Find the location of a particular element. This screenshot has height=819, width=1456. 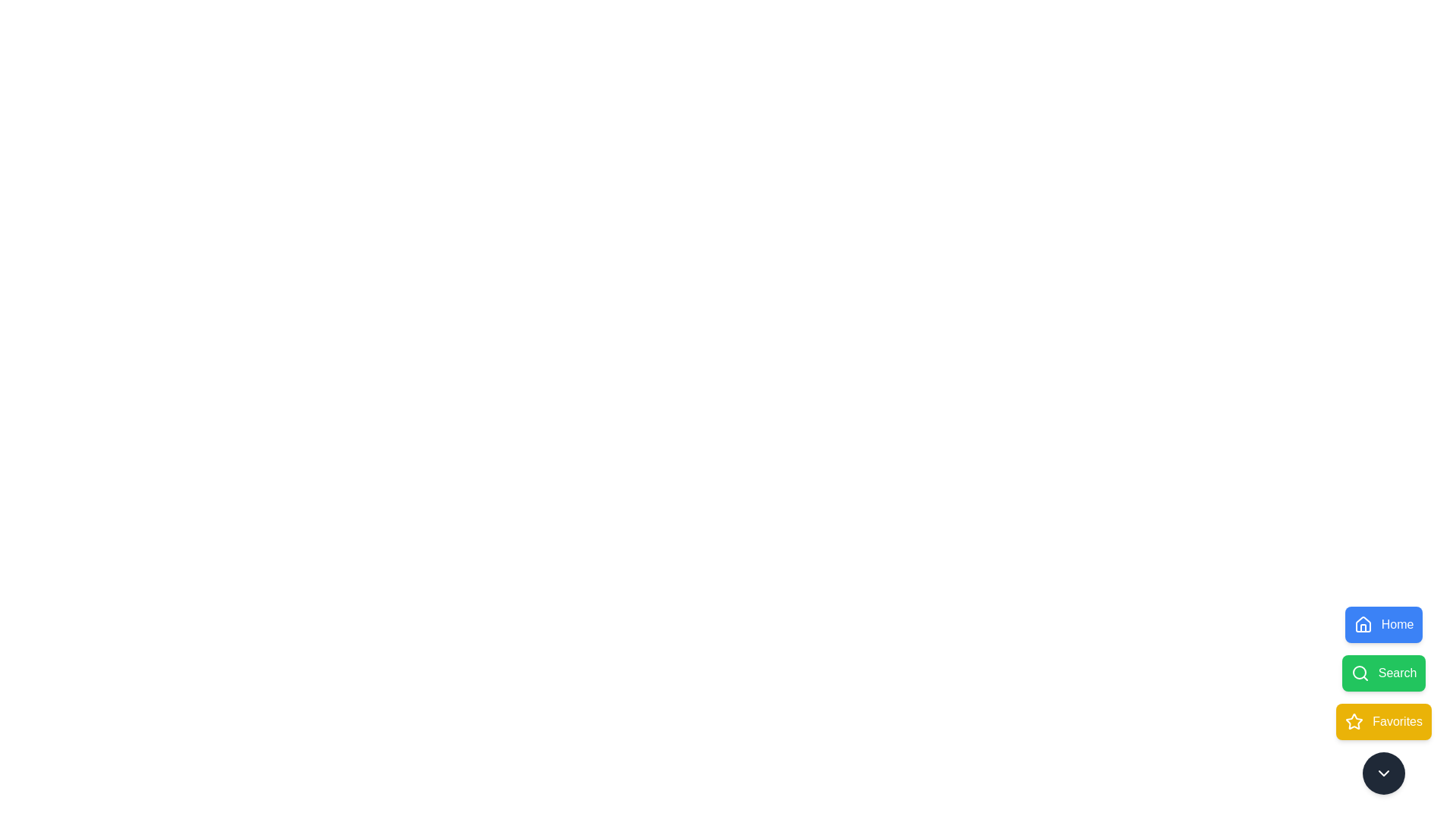

the Home button to select the corresponding shortcut is located at coordinates (1383, 625).